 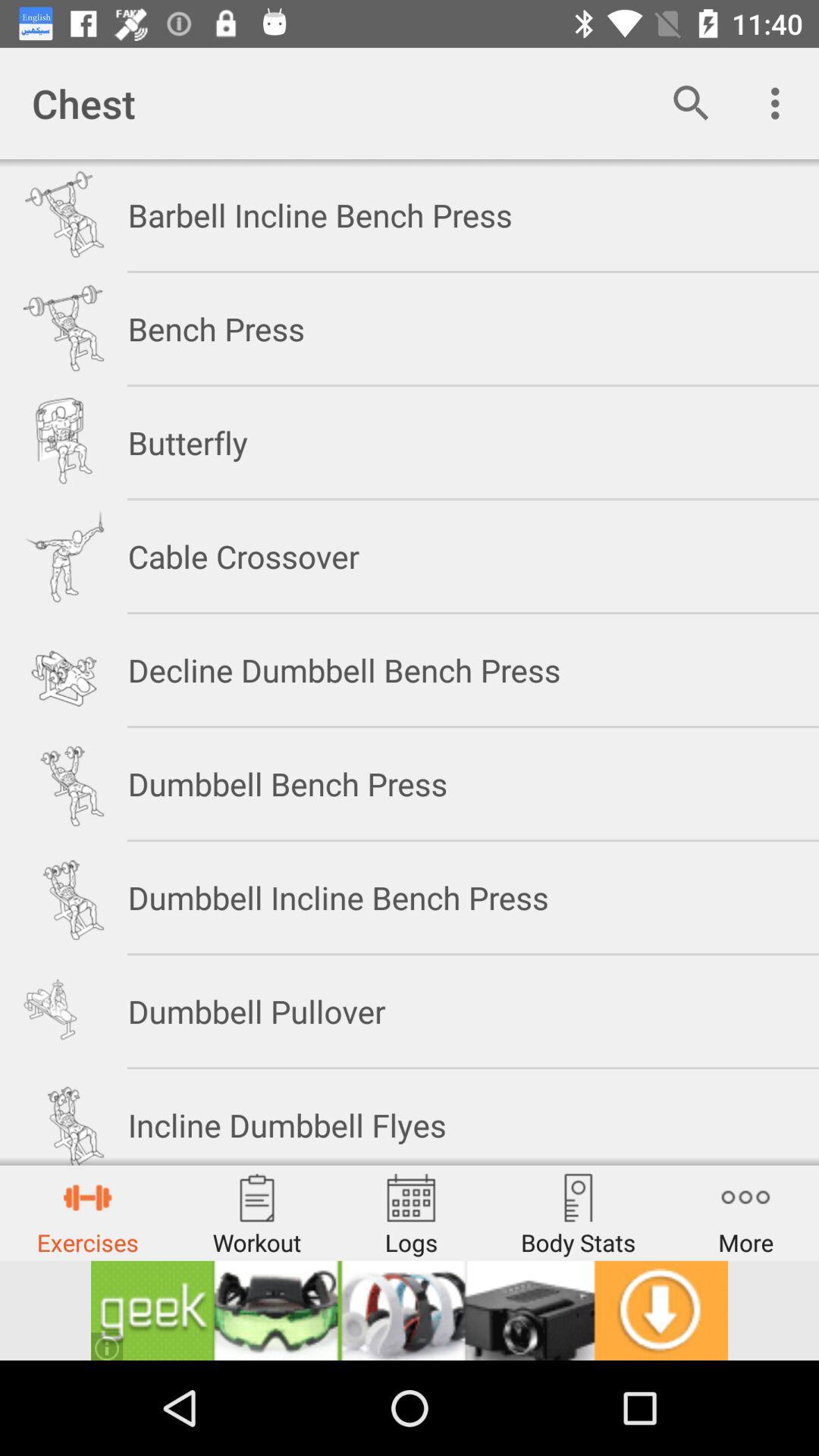 What do you see at coordinates (409, 1310) in the screenshot?
I see `advertisent page` at bounding box center [409, 1310].